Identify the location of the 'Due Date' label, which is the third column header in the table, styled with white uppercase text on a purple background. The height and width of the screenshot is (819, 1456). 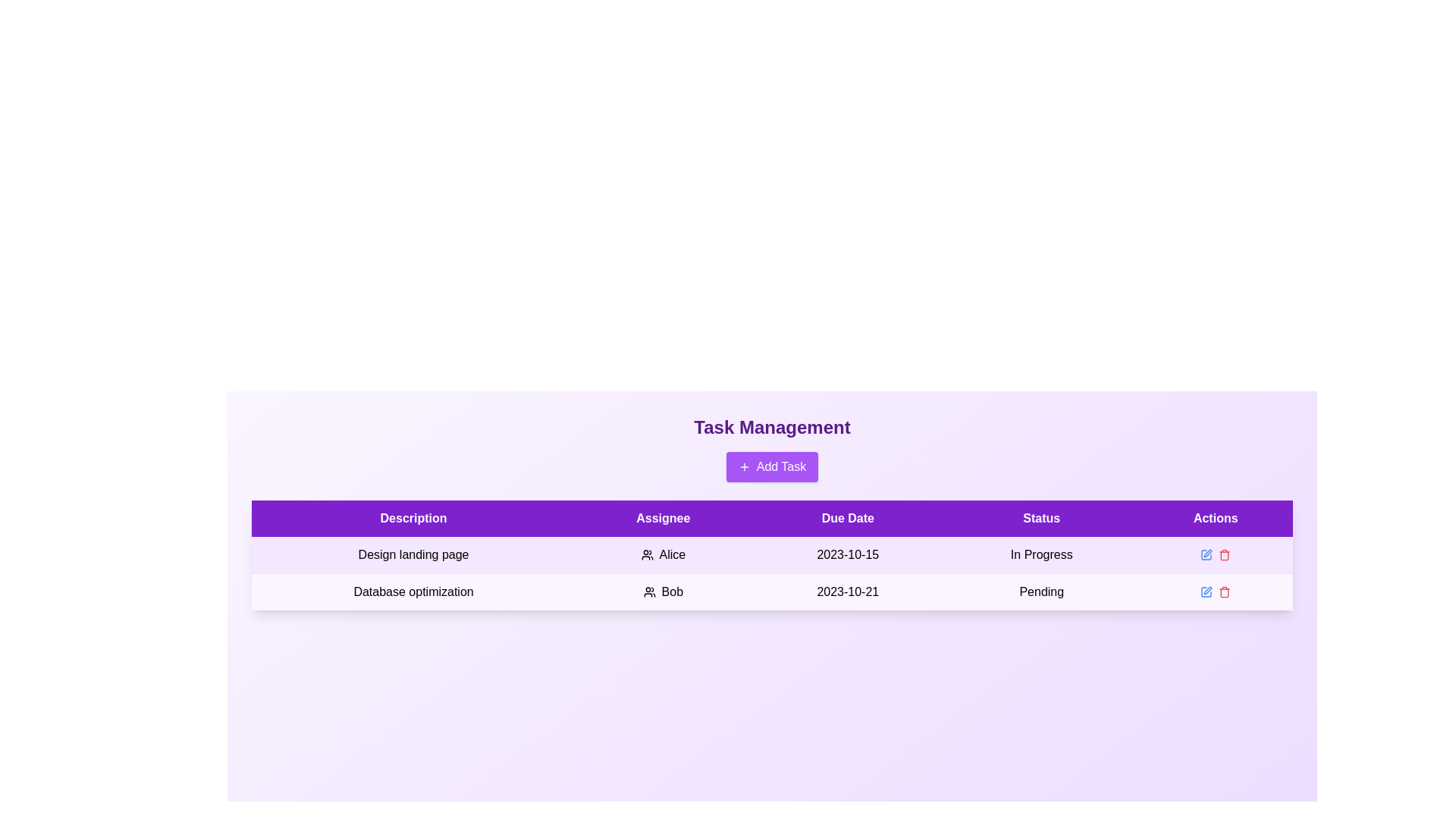
(847, 517).